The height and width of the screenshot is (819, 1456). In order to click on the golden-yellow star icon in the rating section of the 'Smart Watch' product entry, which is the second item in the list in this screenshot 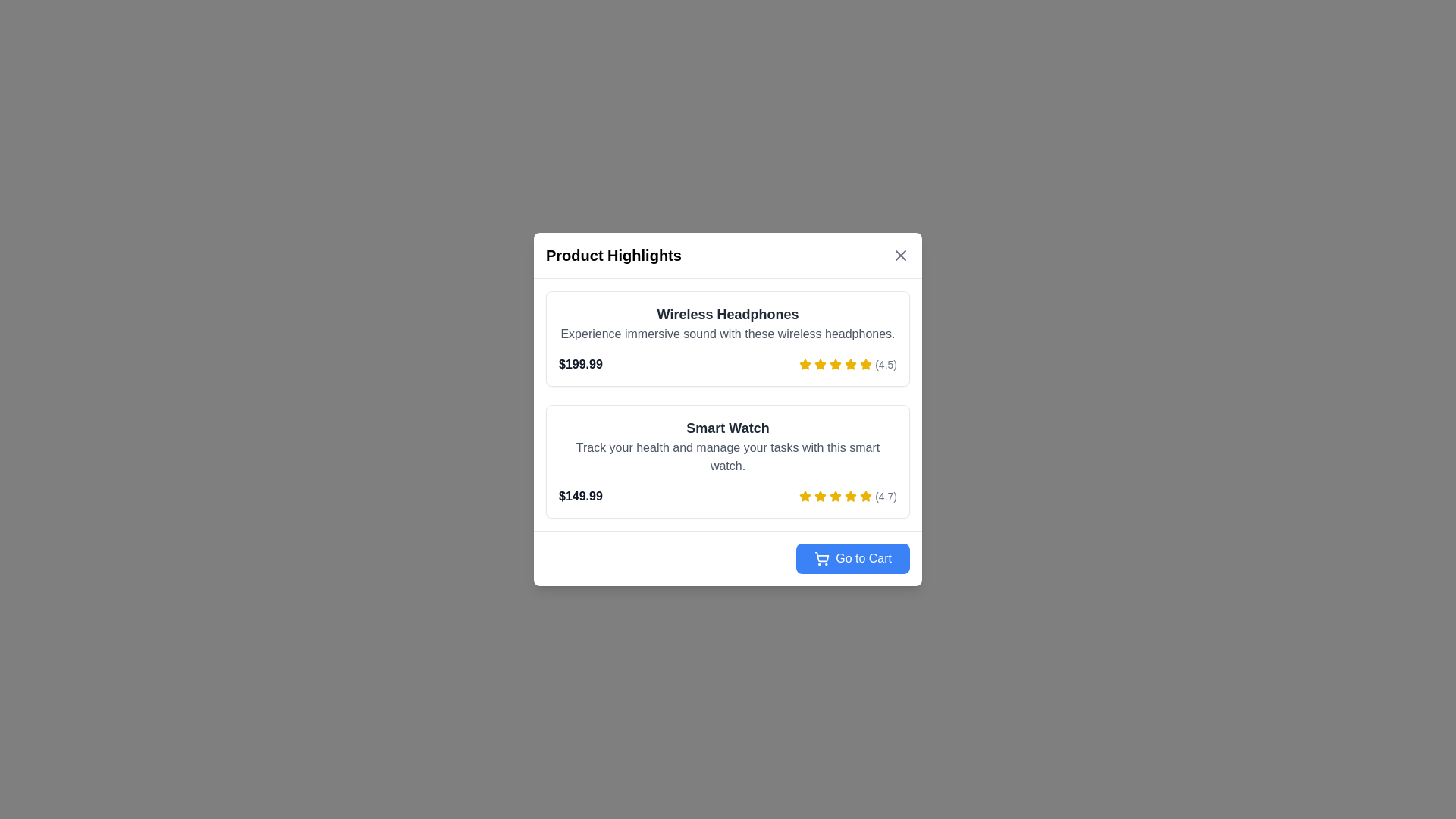, I will do `click(820, 496)`.